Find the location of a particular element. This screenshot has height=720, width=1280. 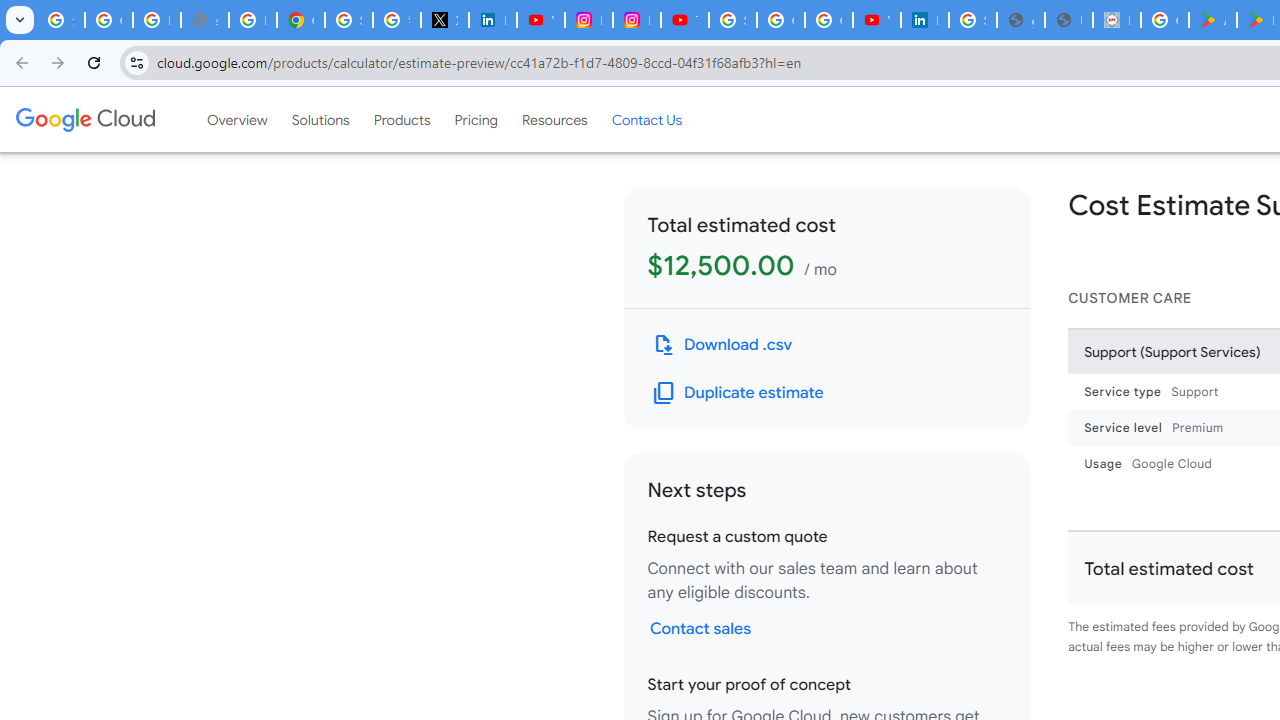

'YouTube Content Monetization Policies - How YouTube Works' is located at coordinates (540, 20).